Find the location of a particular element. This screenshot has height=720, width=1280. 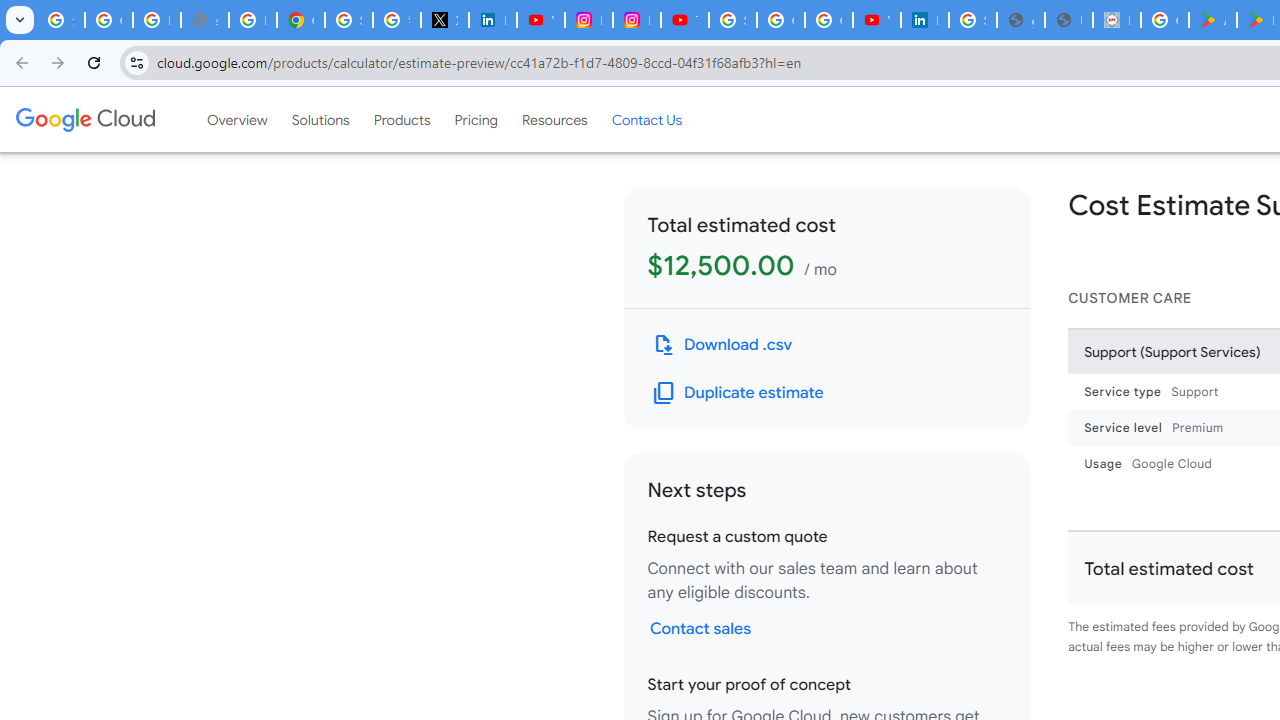

'YouTube Content Monetization Policies - How YouTube Works' is located at coordinates (540, 20).